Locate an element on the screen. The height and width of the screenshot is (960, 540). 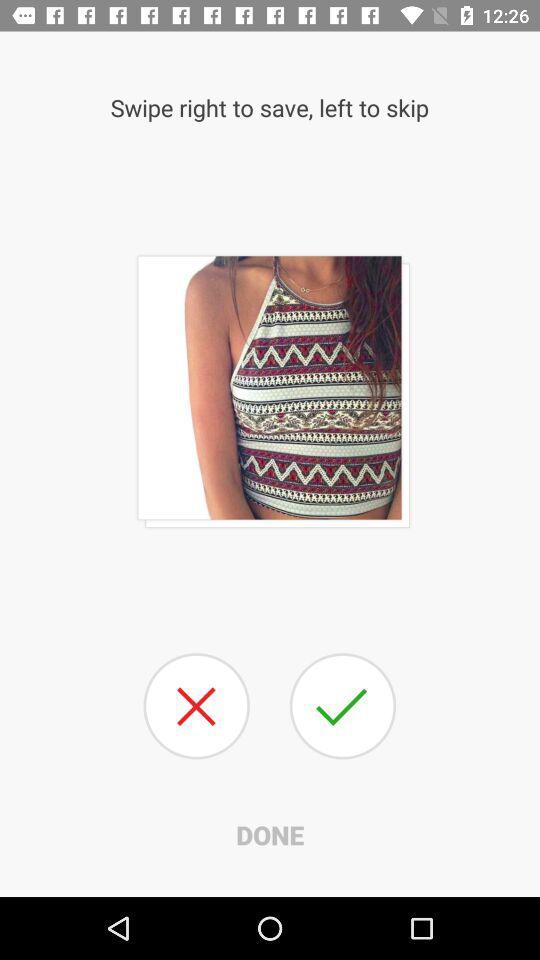
the close icon is located at coordinates (196, 706).